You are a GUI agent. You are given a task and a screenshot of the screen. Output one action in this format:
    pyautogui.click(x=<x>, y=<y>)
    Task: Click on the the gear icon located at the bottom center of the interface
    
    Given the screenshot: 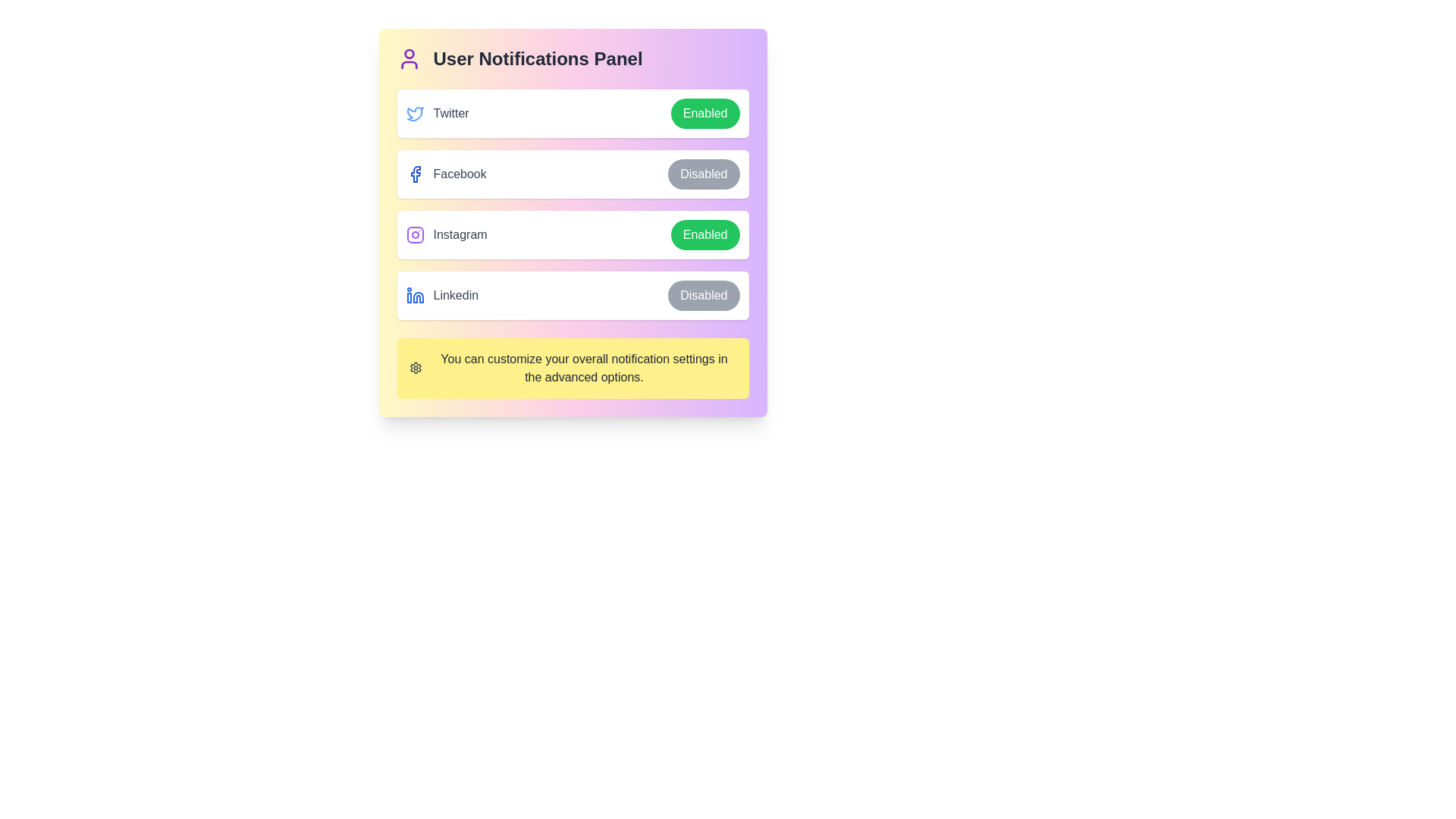 What is the action you would take?
    pyautogui.click(x=416, y=369)
    